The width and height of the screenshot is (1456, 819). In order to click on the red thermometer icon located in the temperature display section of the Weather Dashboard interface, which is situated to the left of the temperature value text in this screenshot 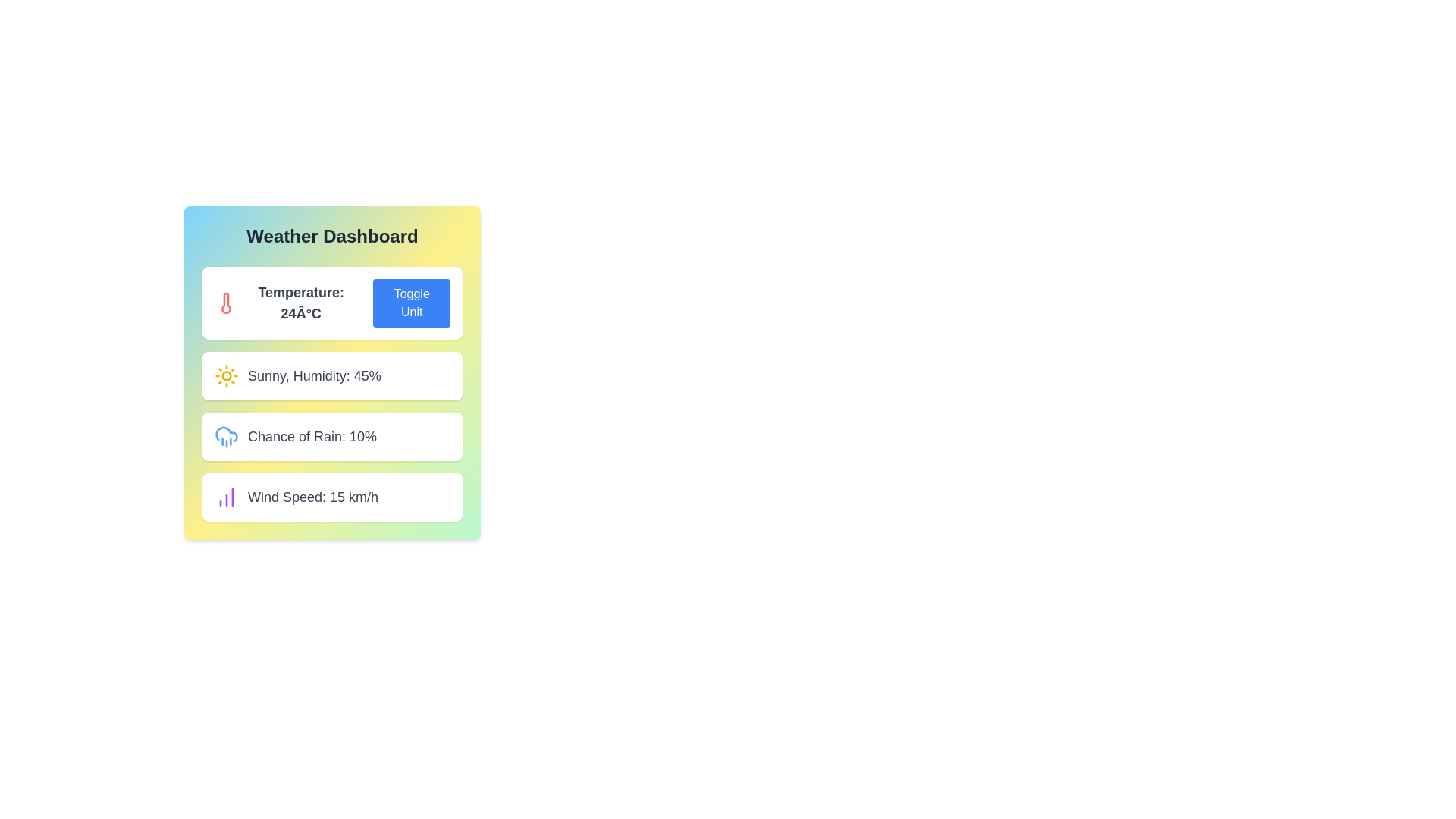, I will do `click(225, 303)`.